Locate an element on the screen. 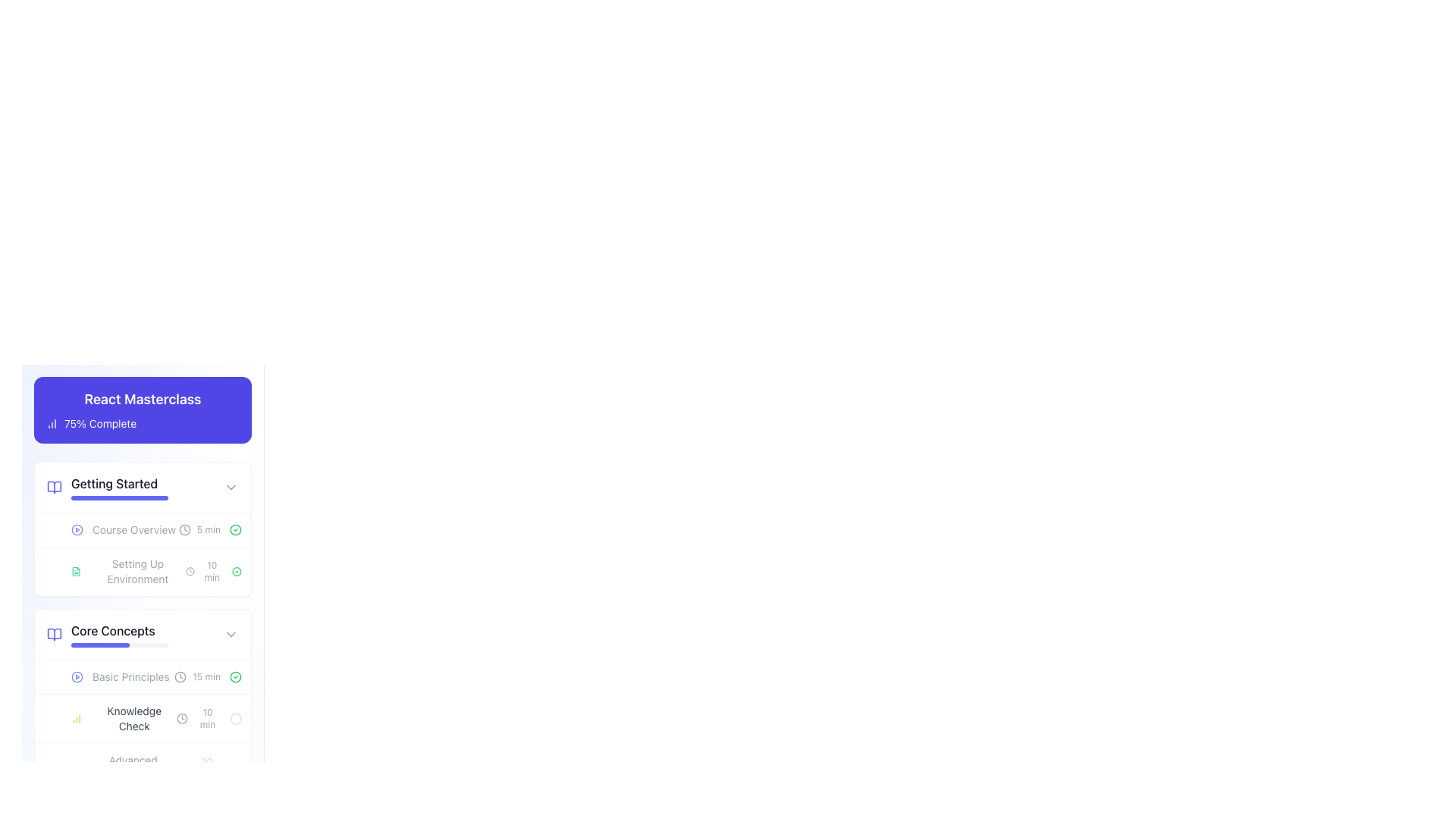 This screenshot has width=1456, height=819. the circular clock icon located in the 'Core Concepts' section, adjacent to the text '10 min' is located at coordinates (182, 718).